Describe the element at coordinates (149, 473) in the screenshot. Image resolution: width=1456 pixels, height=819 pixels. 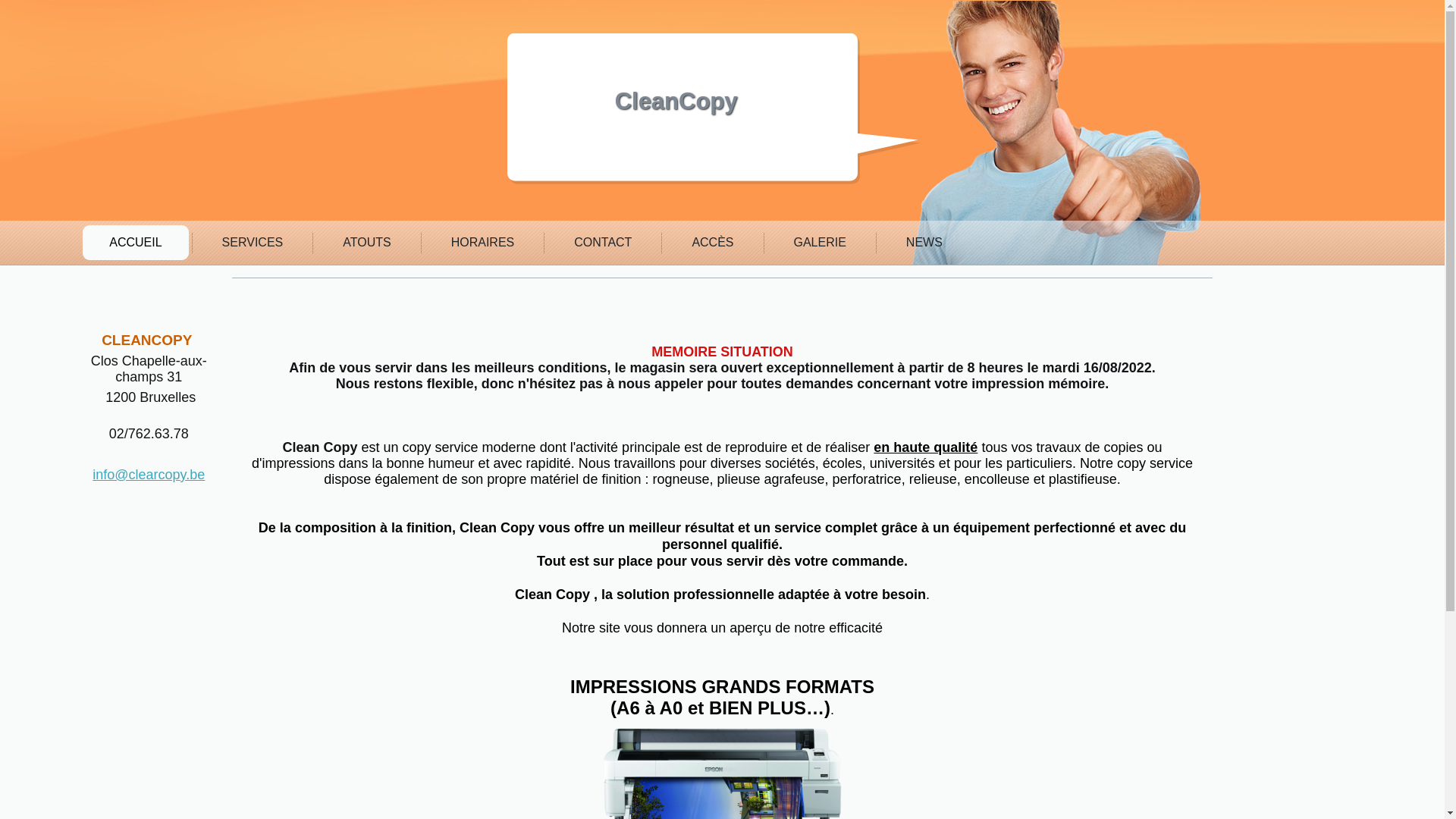
I see `'info@clearcopy.be'` at that location.